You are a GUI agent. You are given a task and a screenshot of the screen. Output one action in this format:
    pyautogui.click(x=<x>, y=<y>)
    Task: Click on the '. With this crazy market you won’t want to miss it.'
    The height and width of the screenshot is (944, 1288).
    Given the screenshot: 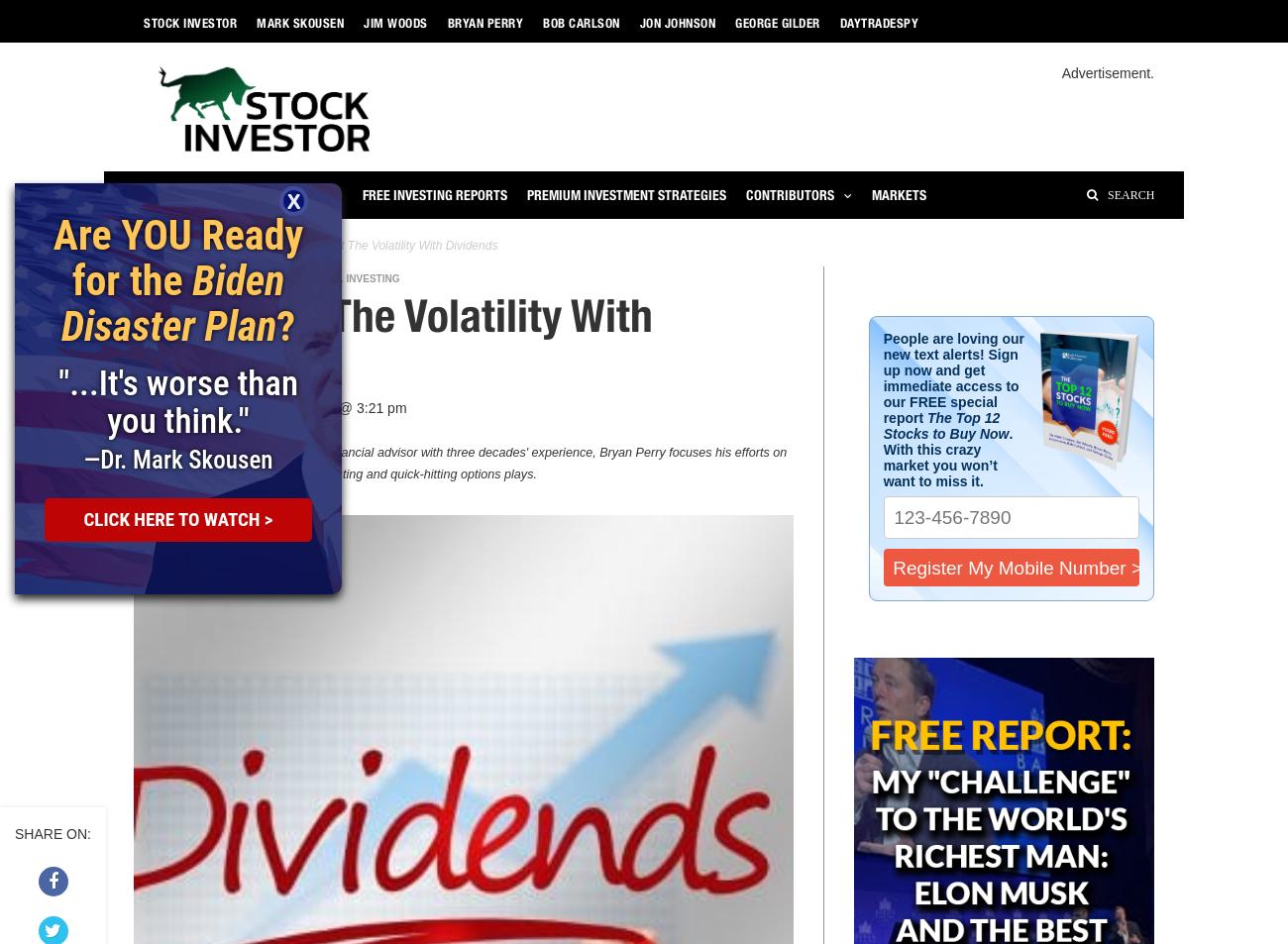 What is the action you would take?
    pyautogui.click(x=947, y=457)
    